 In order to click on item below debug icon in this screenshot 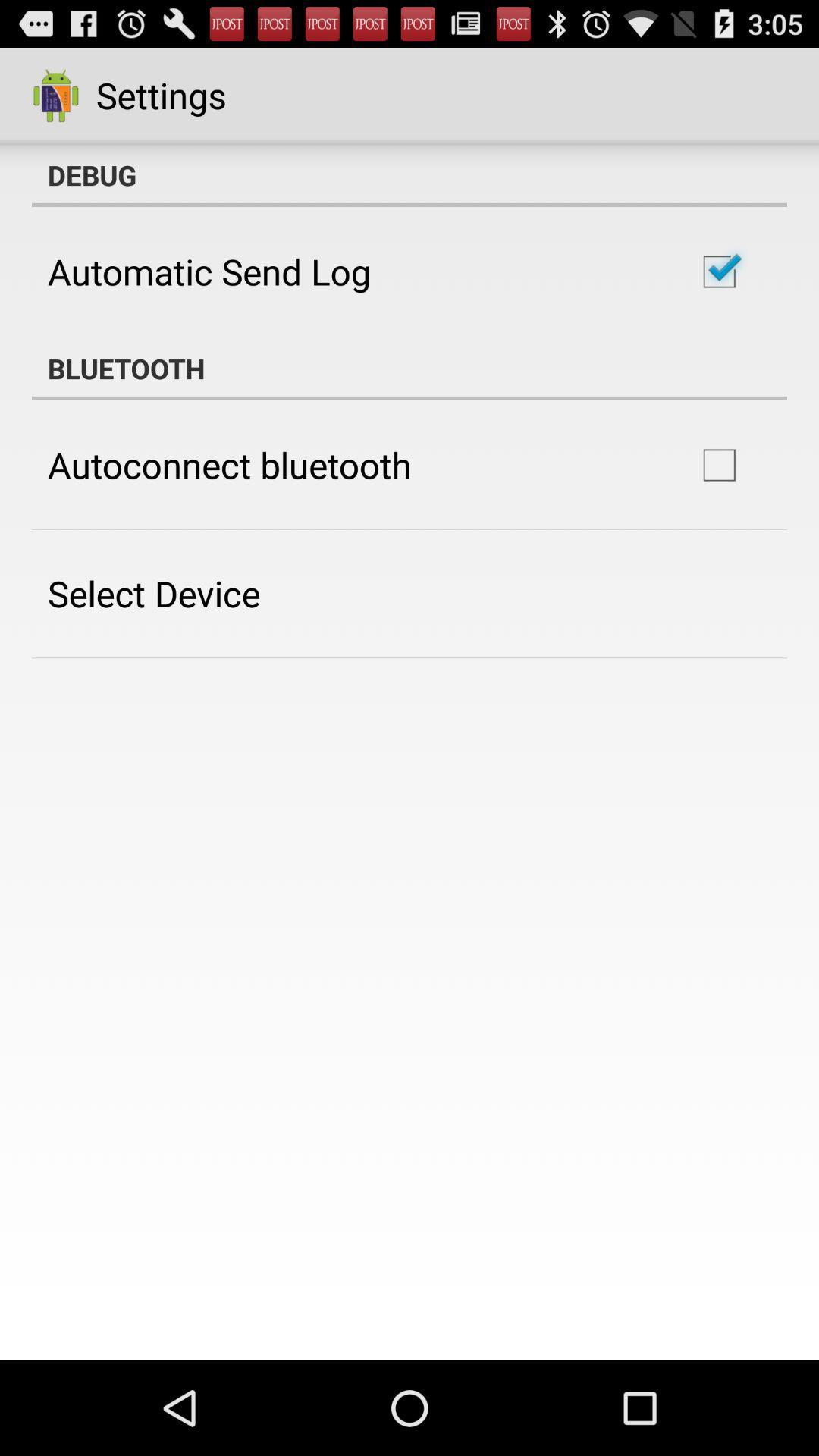, I will do `click(209, 271)`.